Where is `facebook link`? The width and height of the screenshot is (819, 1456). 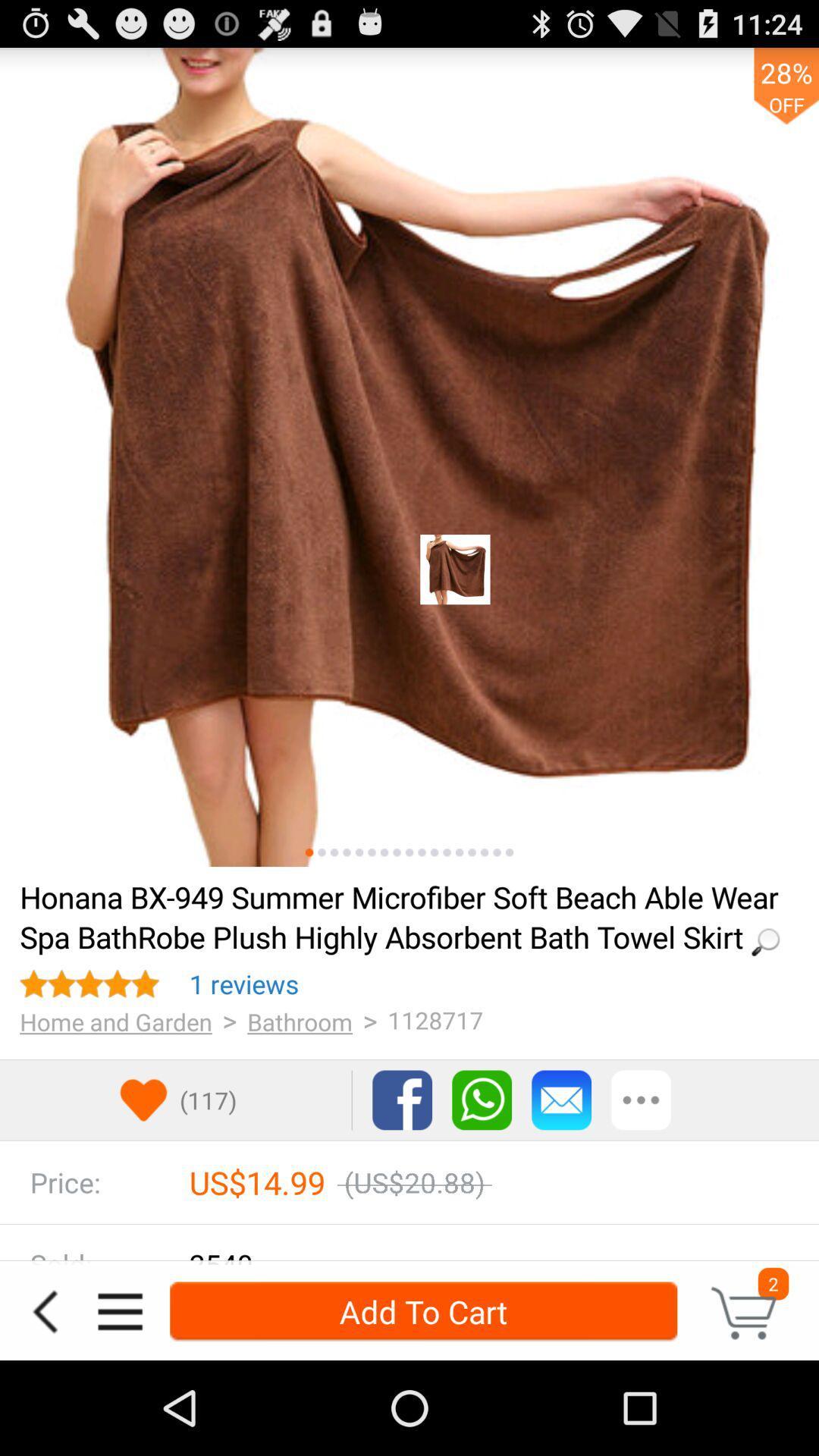
facebook link is located at coordinates (401, 1100).